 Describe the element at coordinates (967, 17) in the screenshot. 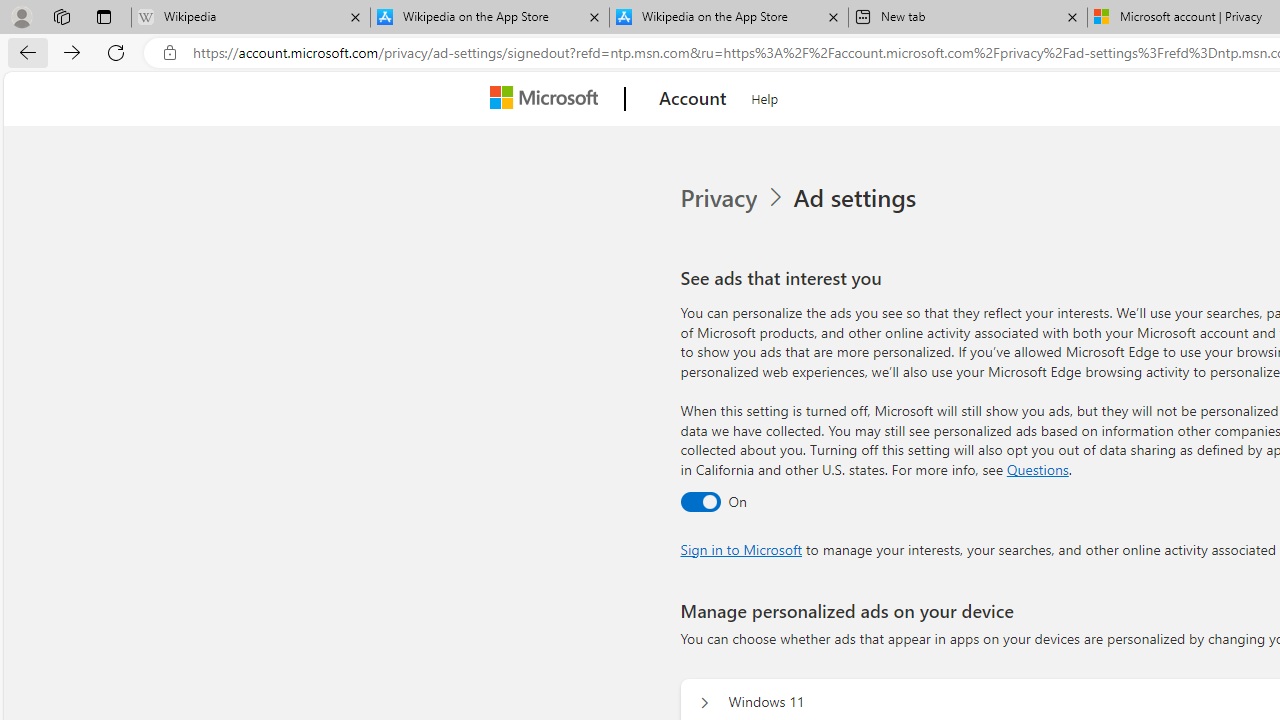

I see `'New tab'` at that location.